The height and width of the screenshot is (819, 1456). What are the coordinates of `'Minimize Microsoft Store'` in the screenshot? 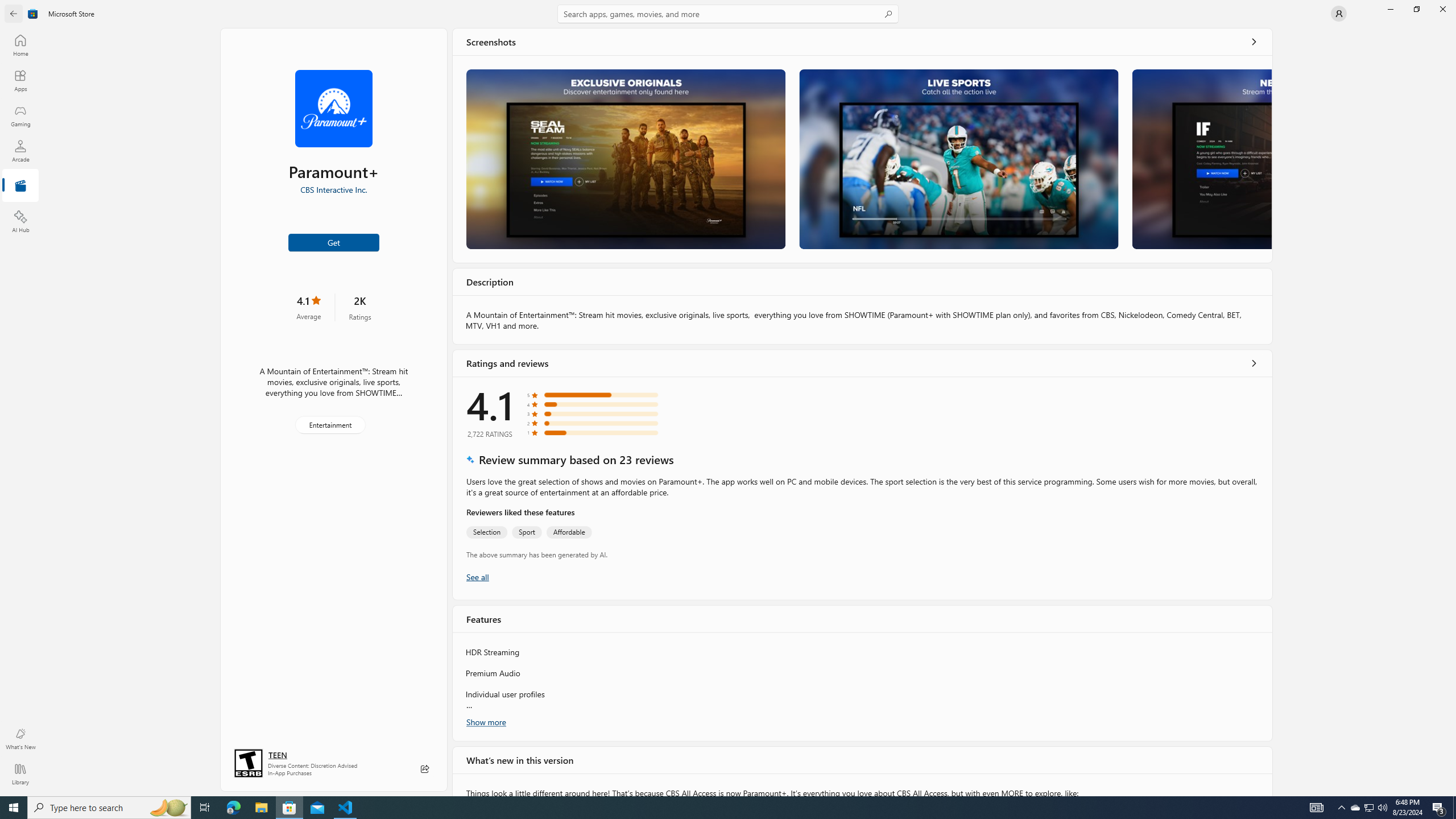 It's located at (1389, 9).